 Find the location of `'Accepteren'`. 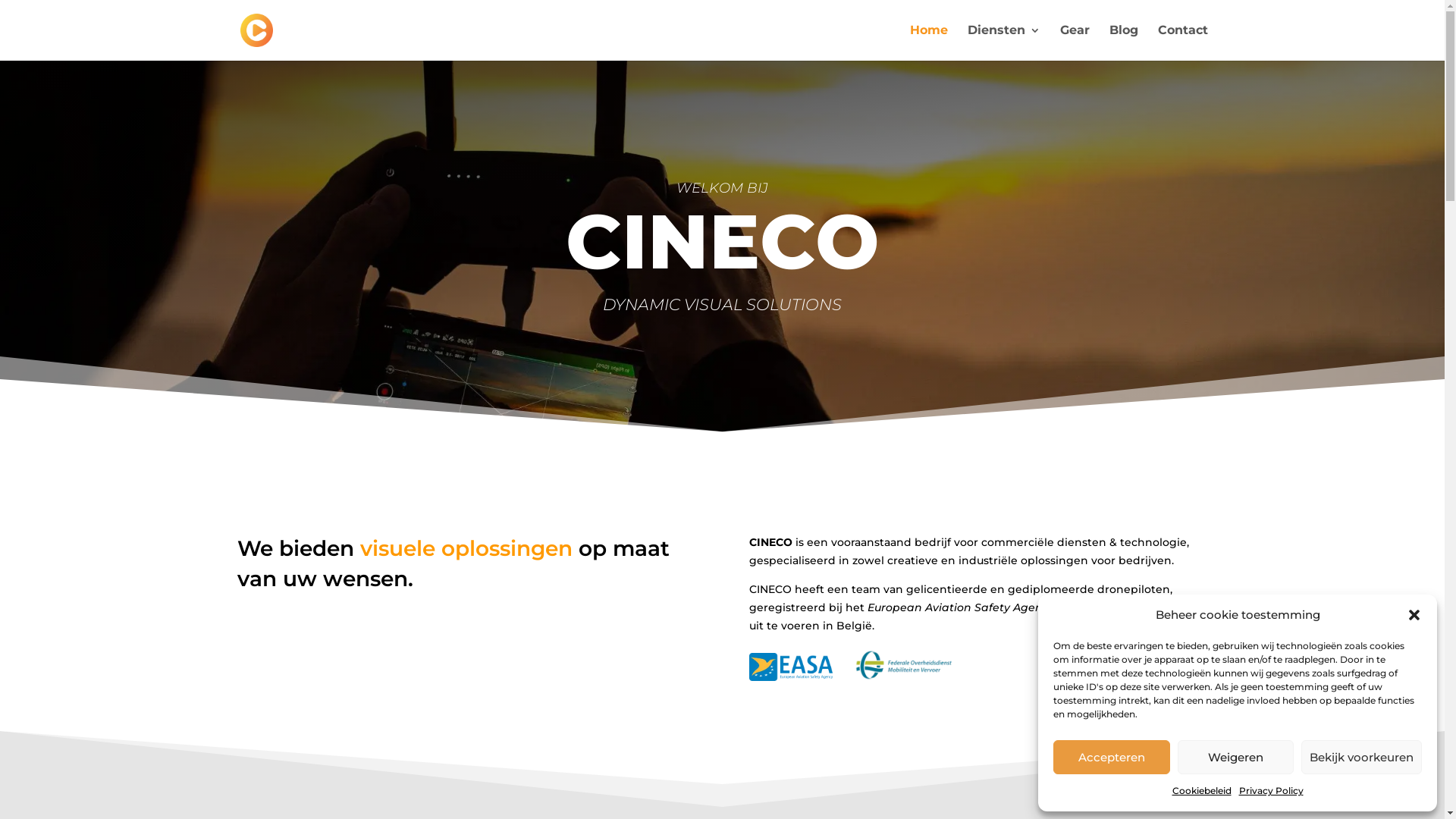

'Accepteren' is located at coordinates (1111, 757).